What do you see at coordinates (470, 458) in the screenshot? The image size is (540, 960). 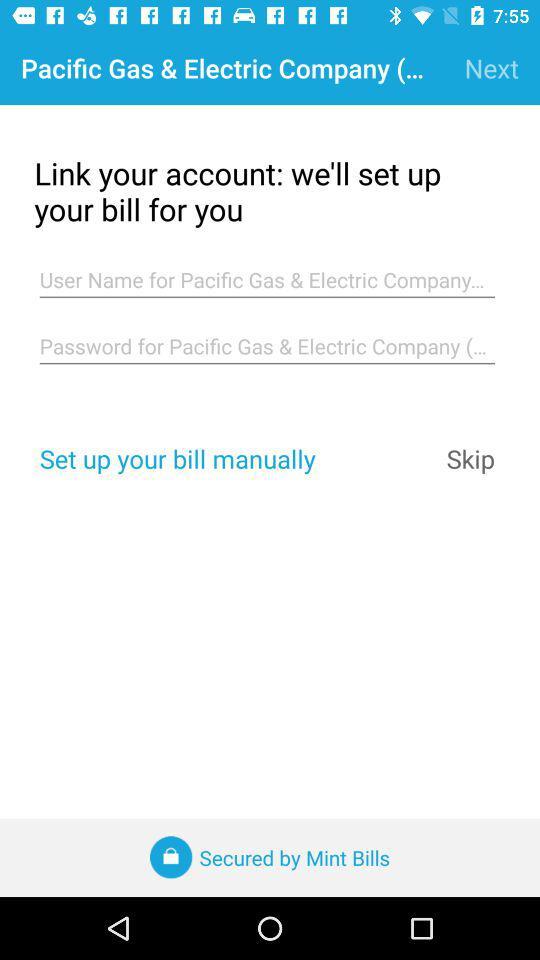 I see `skip icon` at bounding box center [470, 458].